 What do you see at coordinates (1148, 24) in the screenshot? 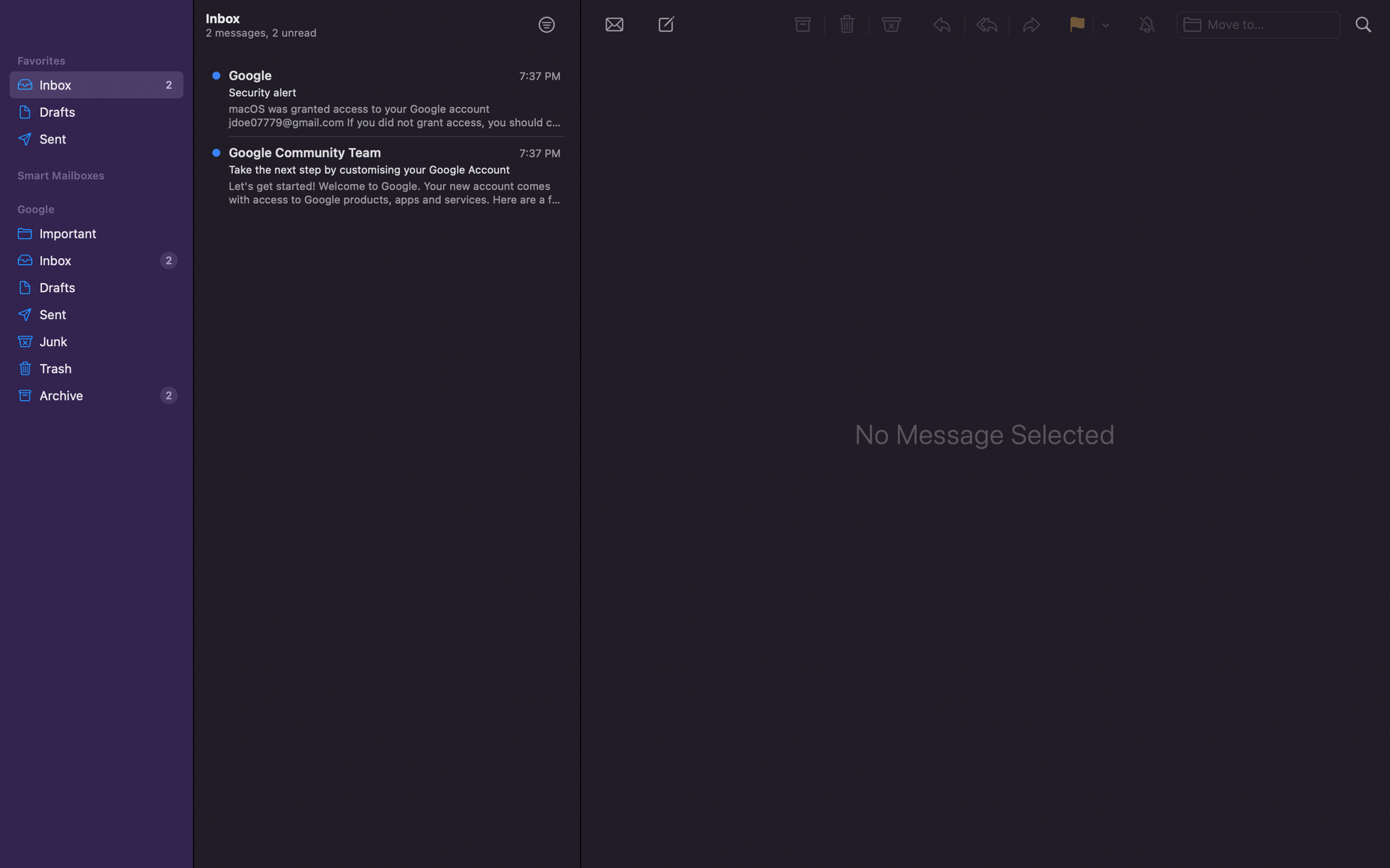
I see `Turn off the sound for the current discussion` at bounding box center [1148, 24].